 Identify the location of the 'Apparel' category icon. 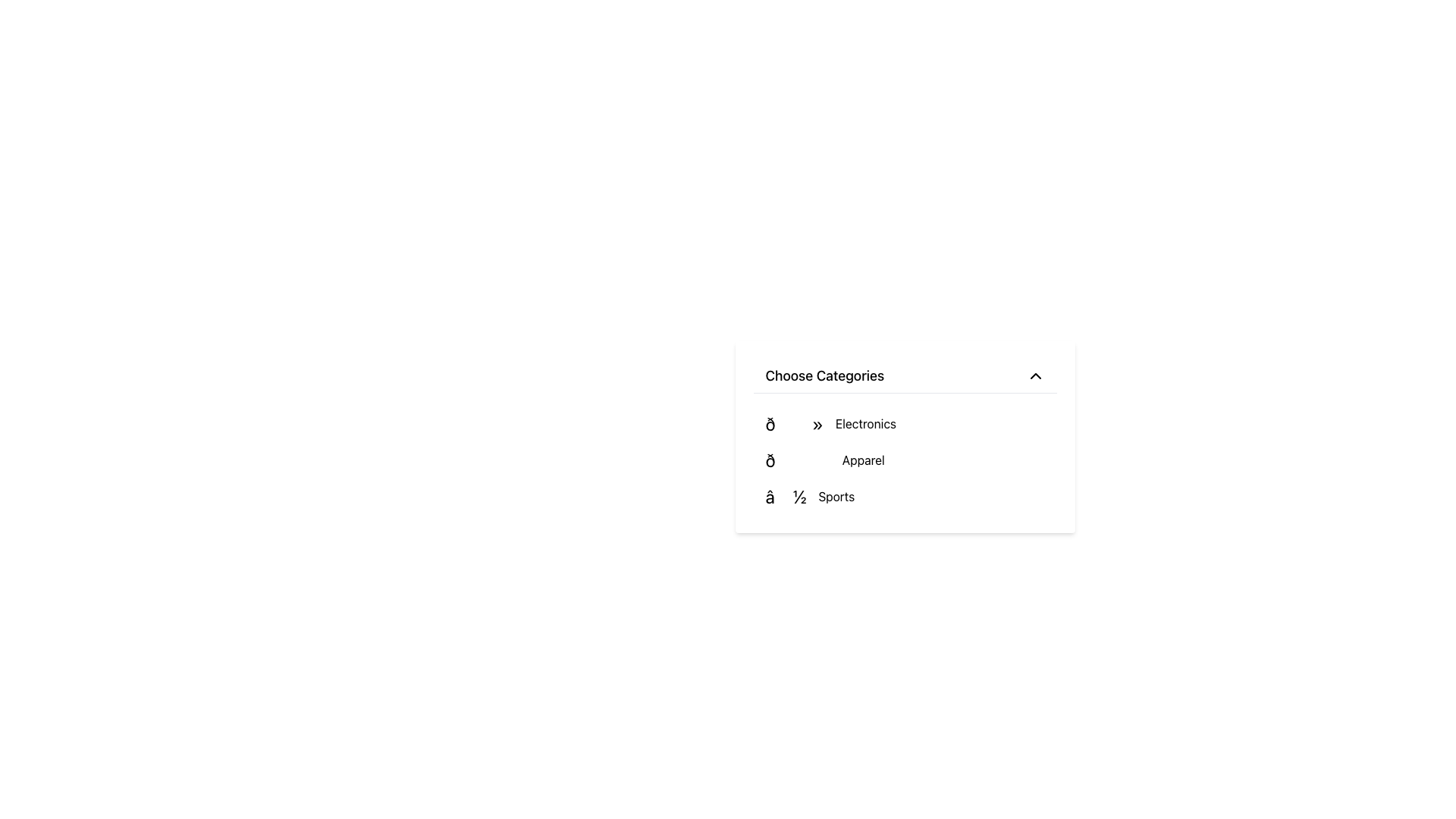
(797, 459).